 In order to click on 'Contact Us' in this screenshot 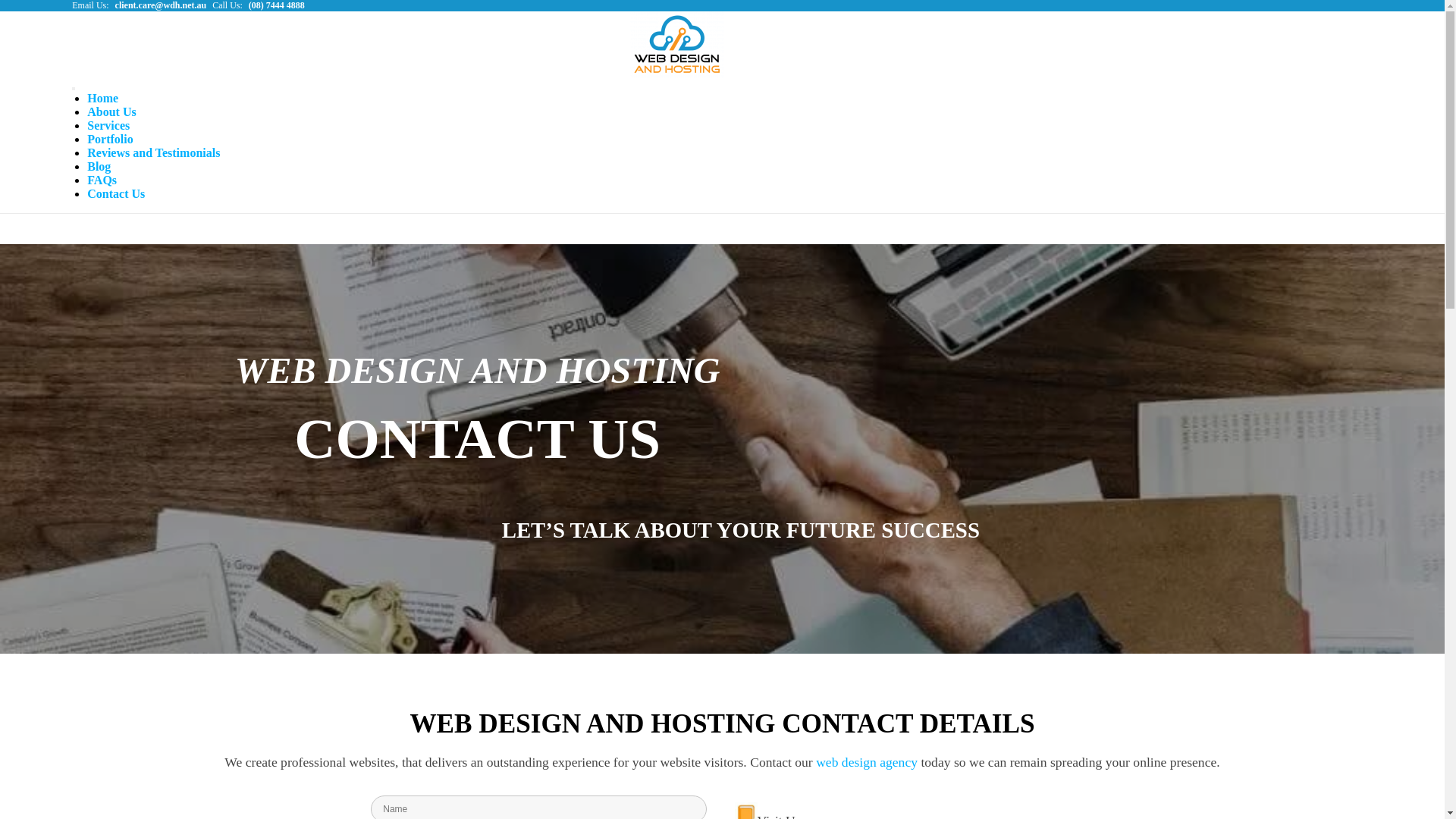, I will do `click(115, 193)`.